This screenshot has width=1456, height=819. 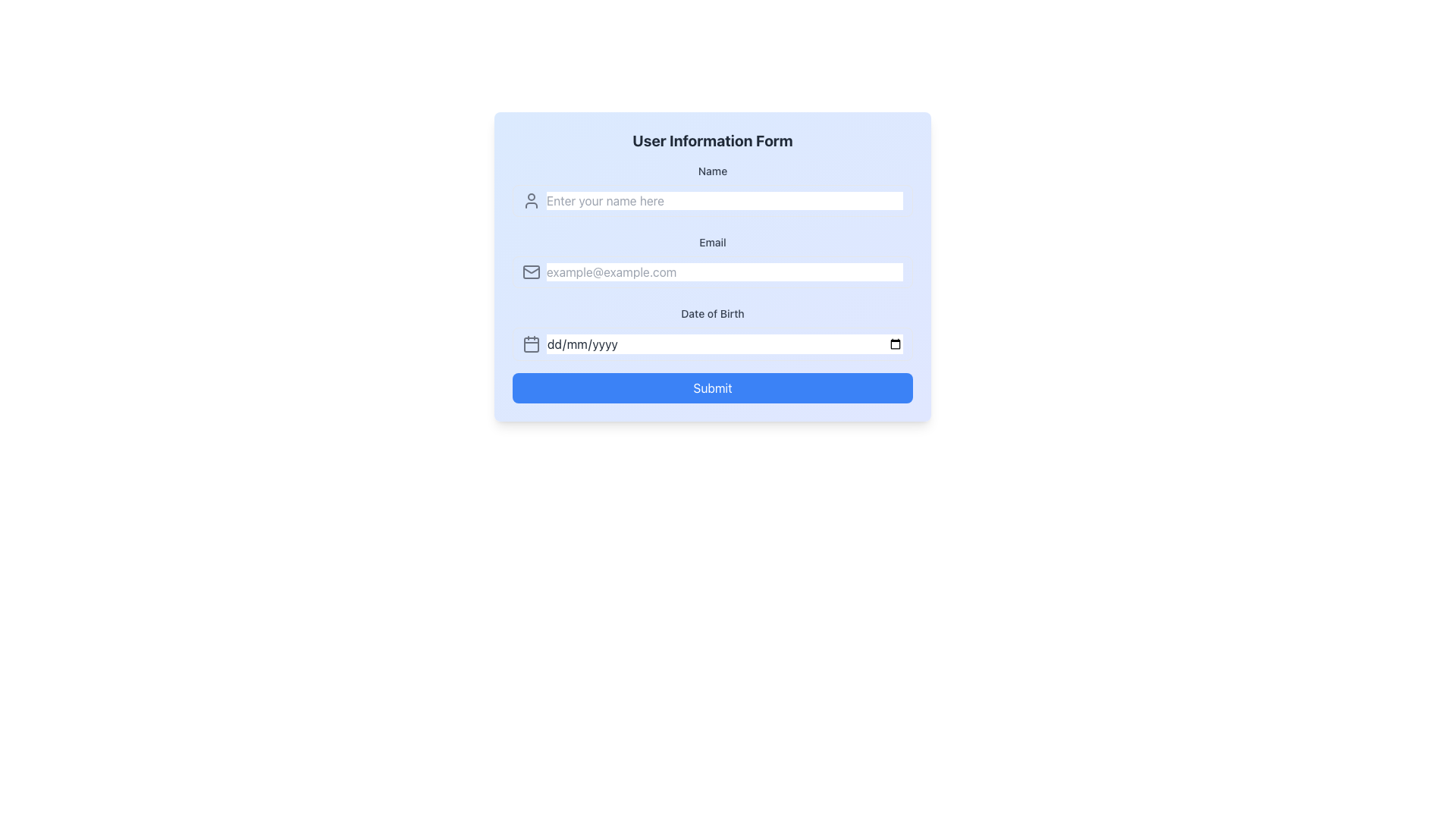 I want to click on the label indicating the name input field located at the top-left corner of the form, so click(x=712, y=171).